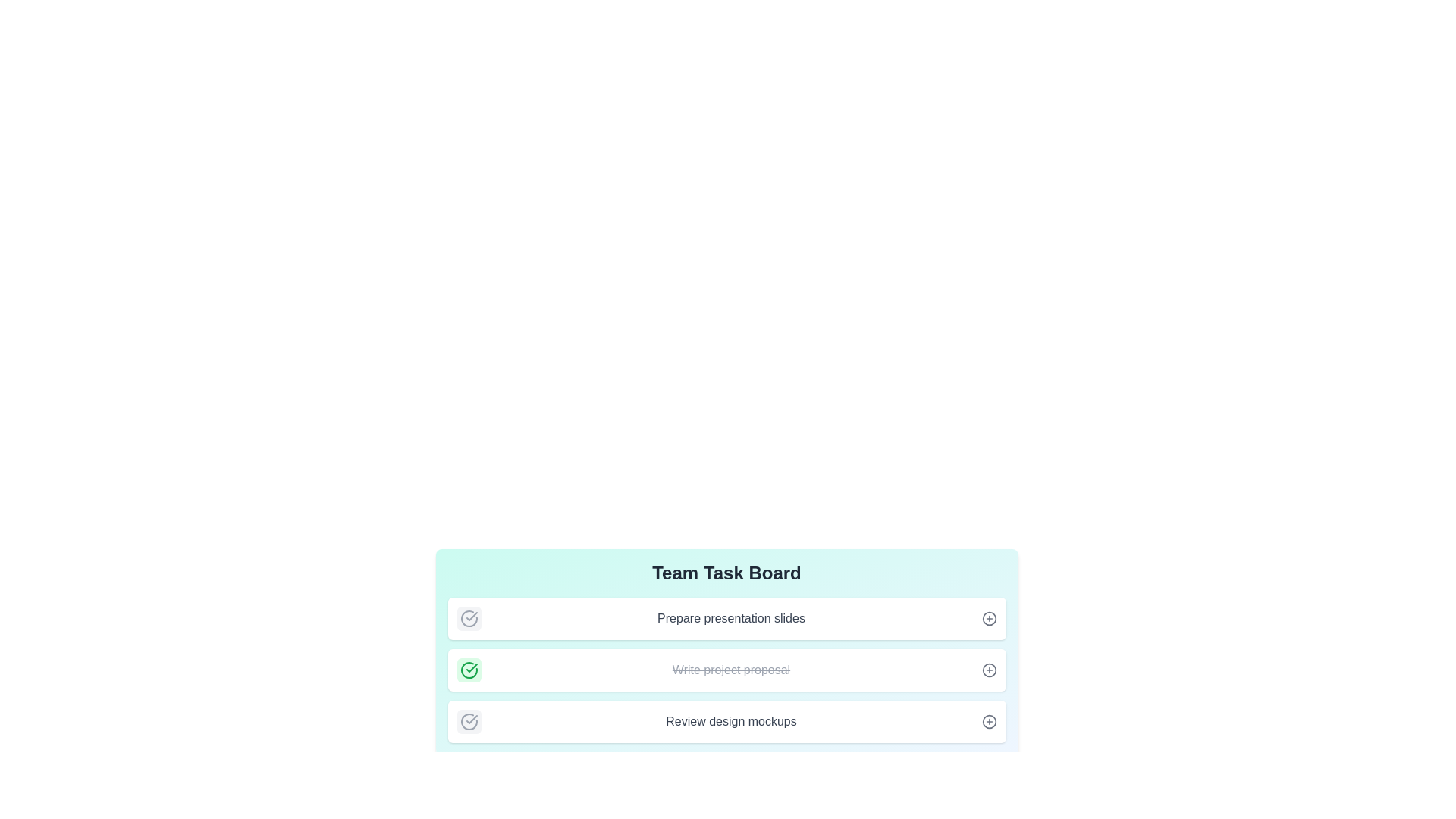 This screenshot has width=1456, height=819. I want to click on the task title Prepare presentation slides to toggle its completion status, so click(468, 619).